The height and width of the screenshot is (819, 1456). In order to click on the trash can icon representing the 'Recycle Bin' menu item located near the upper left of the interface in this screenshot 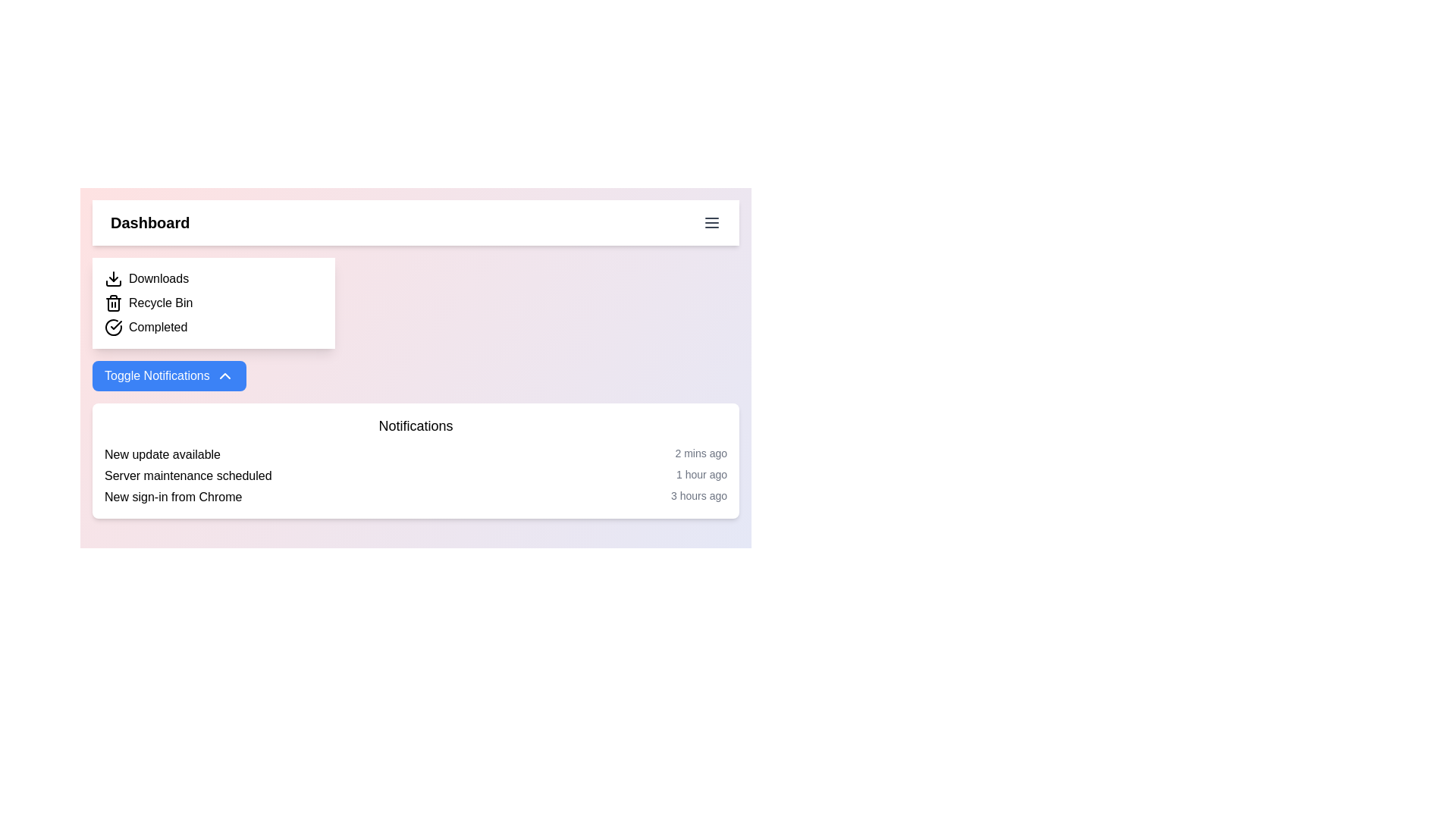, I will do `click(112, 303)`.